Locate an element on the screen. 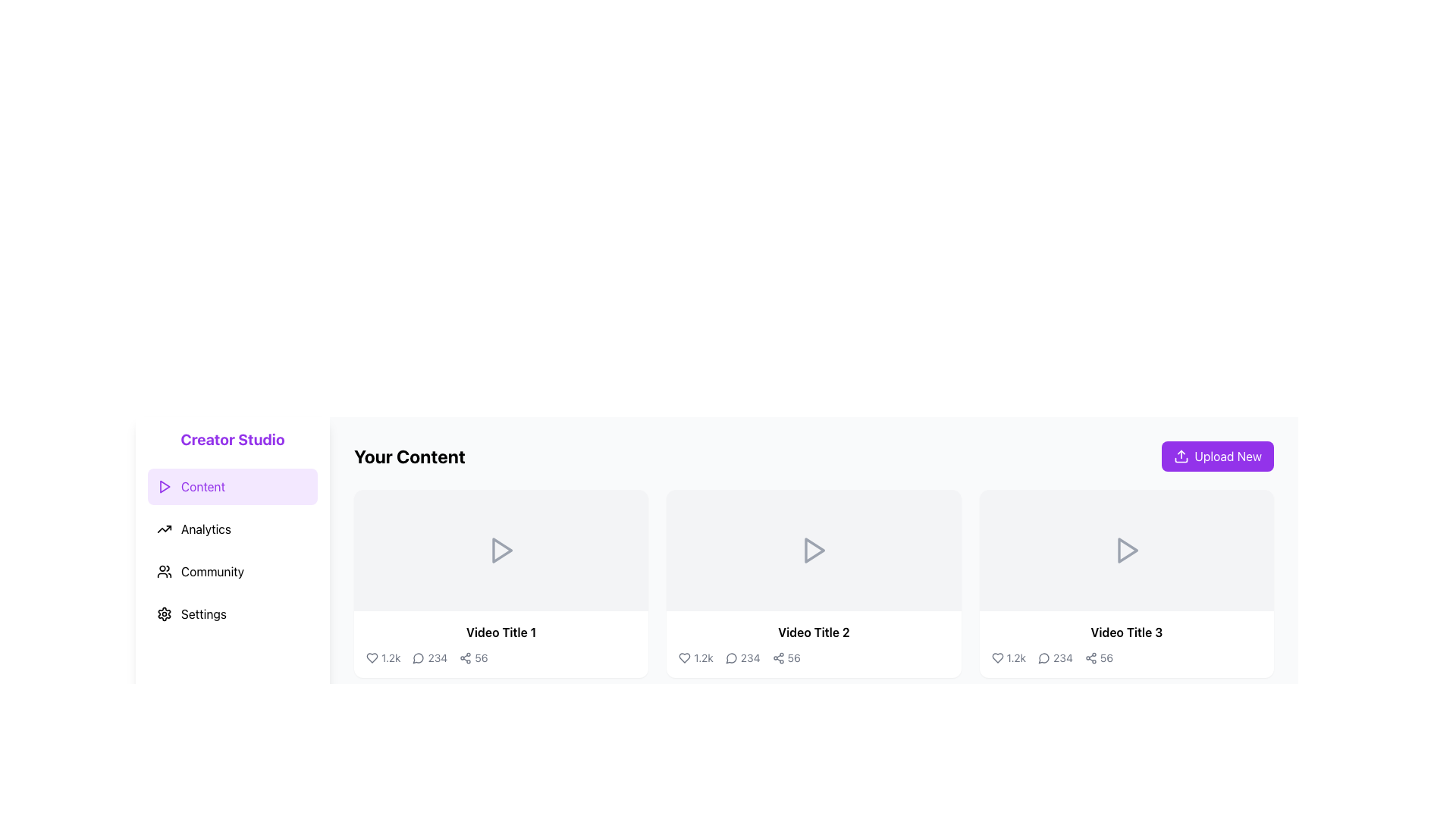 Image resolution: width=1456 pixels, height=819 pixels. the heart-shaped like button with a hollow design is located at coordinates (997, 657).